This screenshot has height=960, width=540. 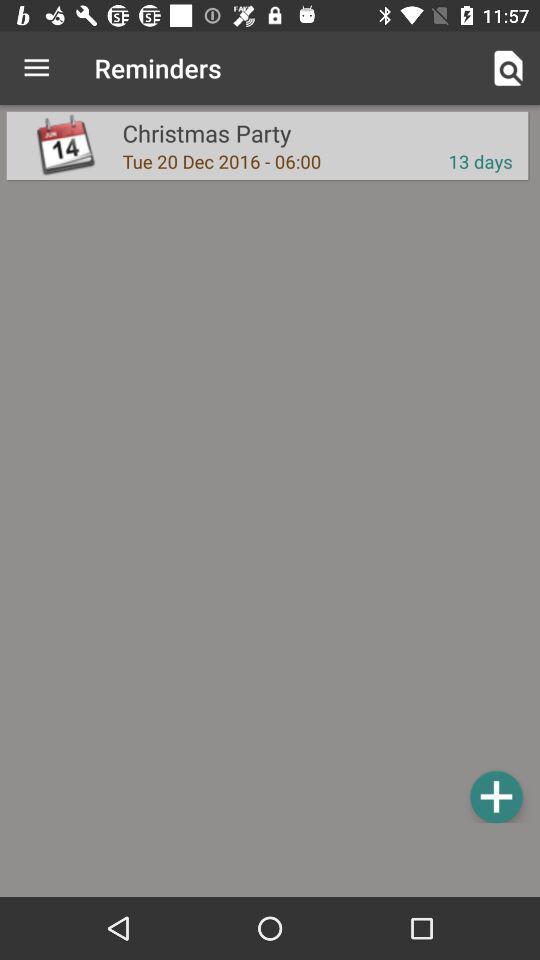 What do you see at coordinates (495, 796) in the screenshot?
I see `reminder` at bounding box center [495, 796].